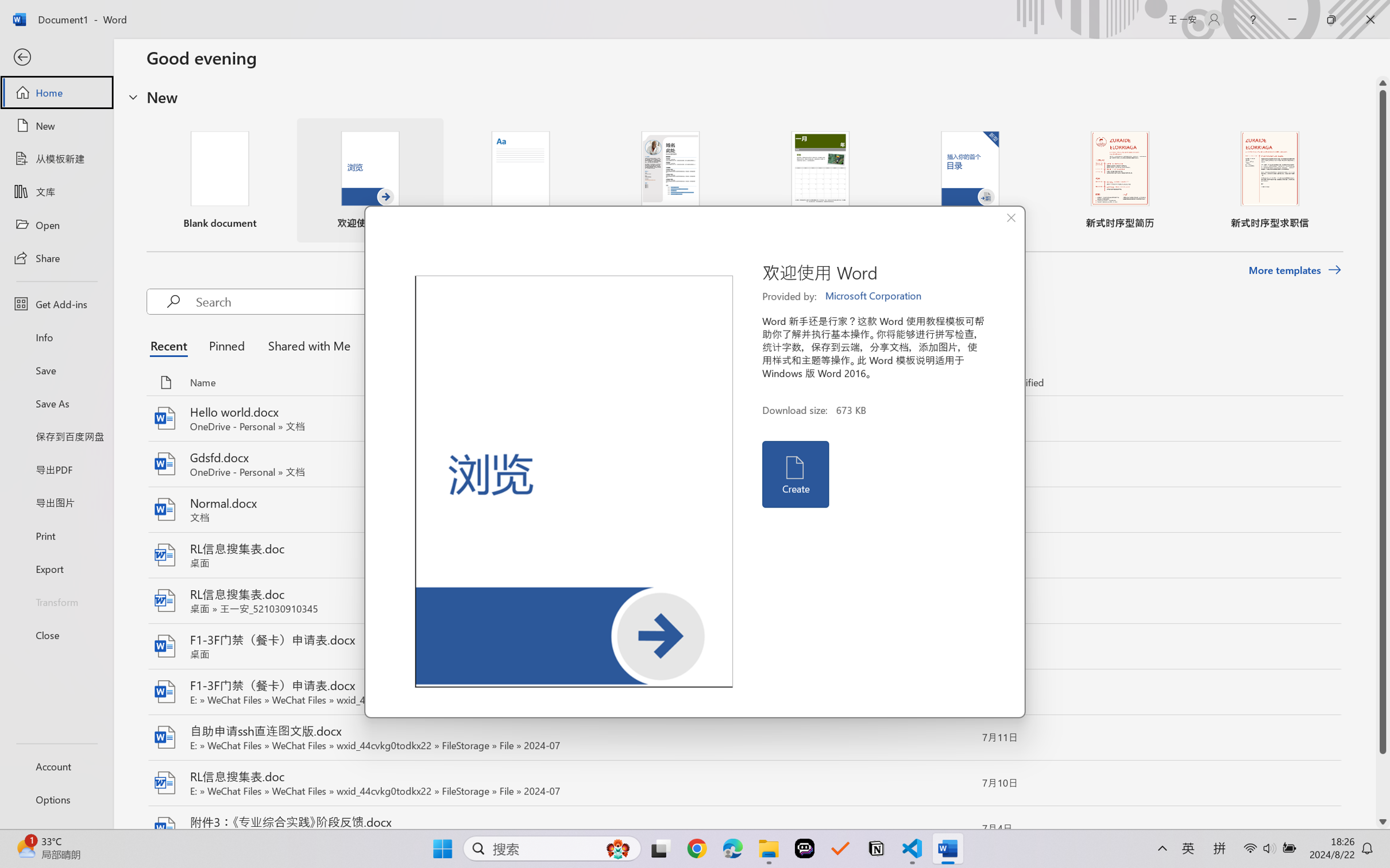  What do you see at coordinates (56, 125) in the screenshot?
I see `'New'` at bounding box center [56, 125].